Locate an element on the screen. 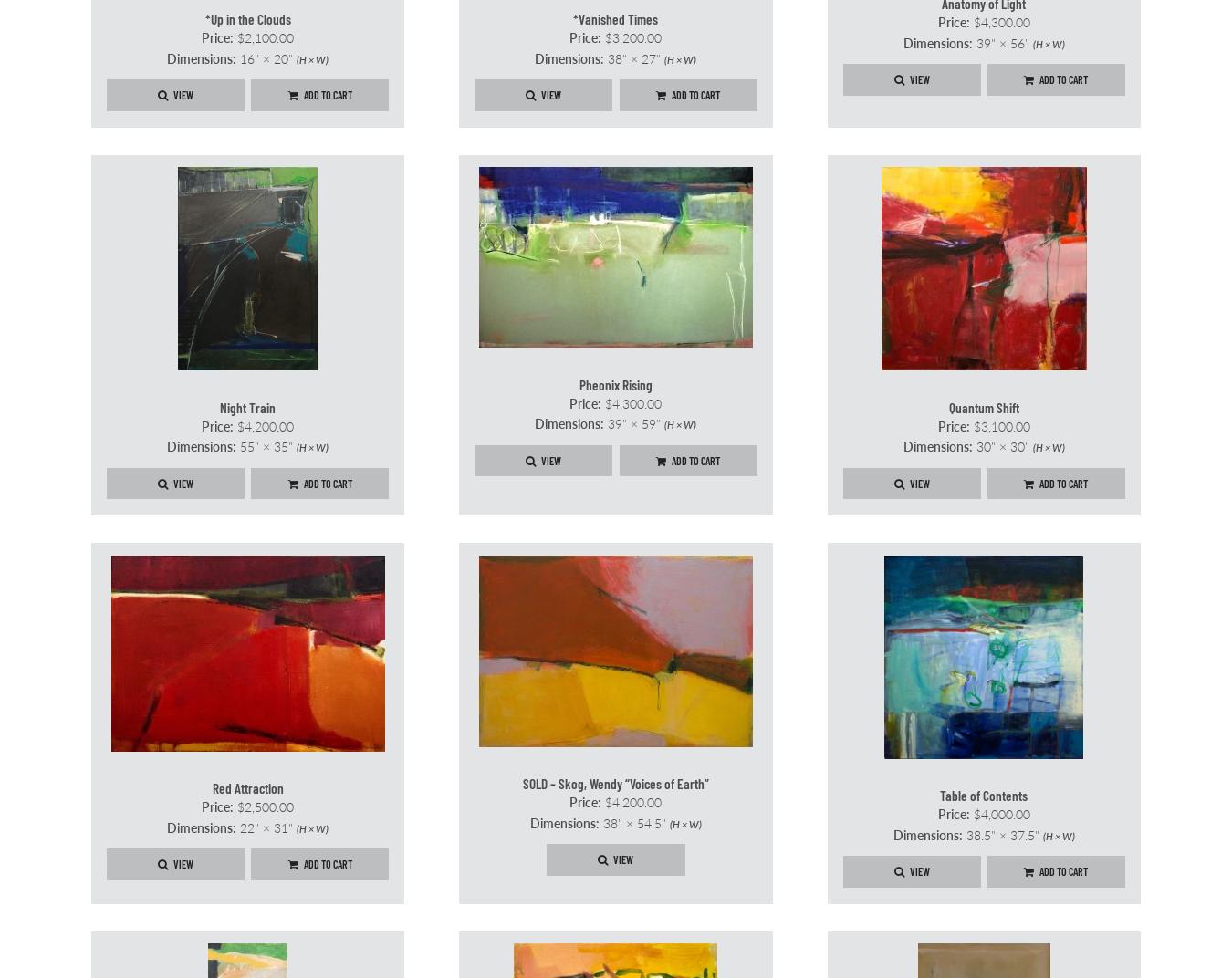 The height and width of the screenshot is (978, 1232). '$4,000.00' is located at coordinates (998, 814).